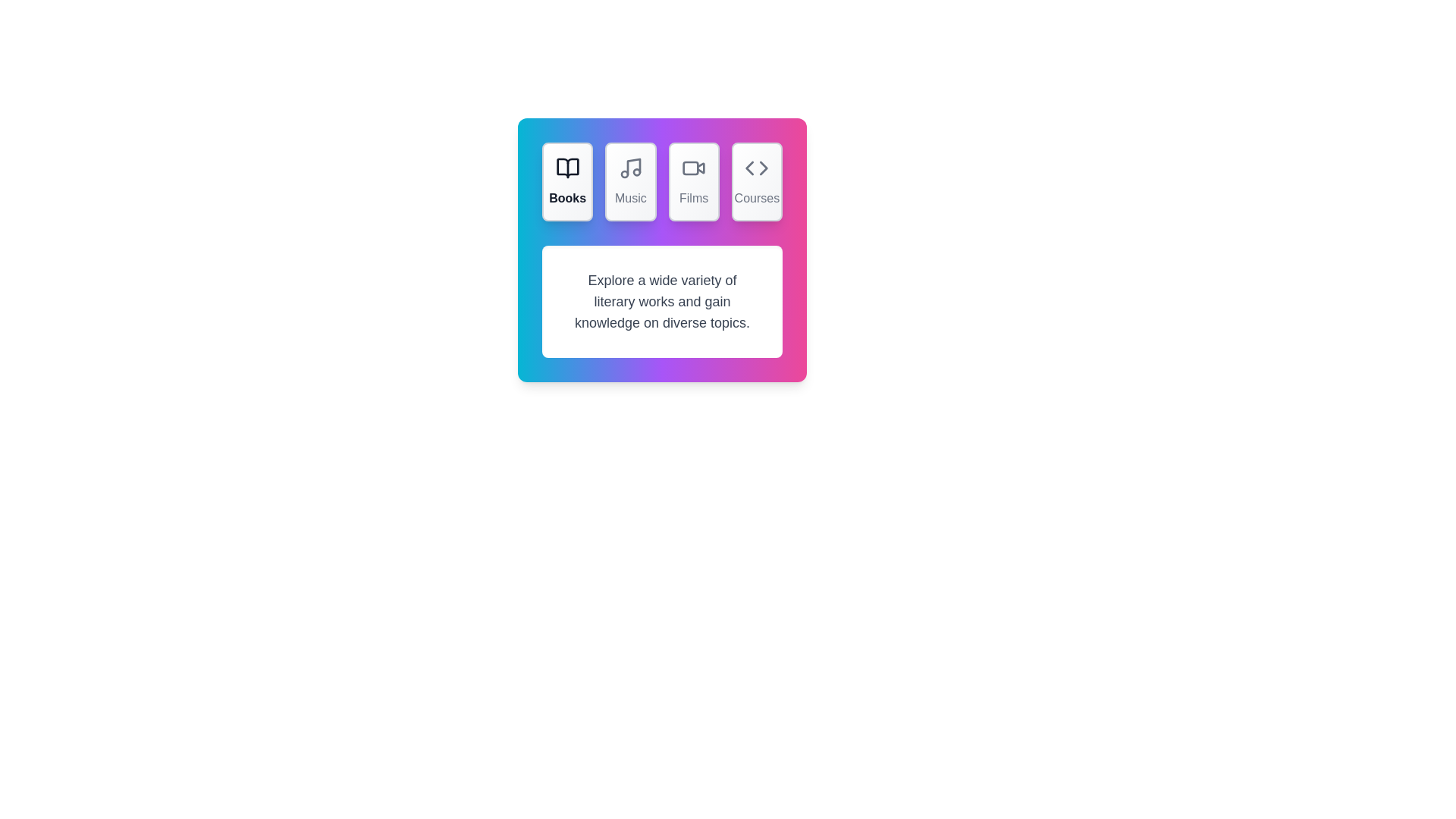  What do you see at coordinates (630, 180) in the screenshot?
I see `the Music tab` at bounding box center [630, 180].